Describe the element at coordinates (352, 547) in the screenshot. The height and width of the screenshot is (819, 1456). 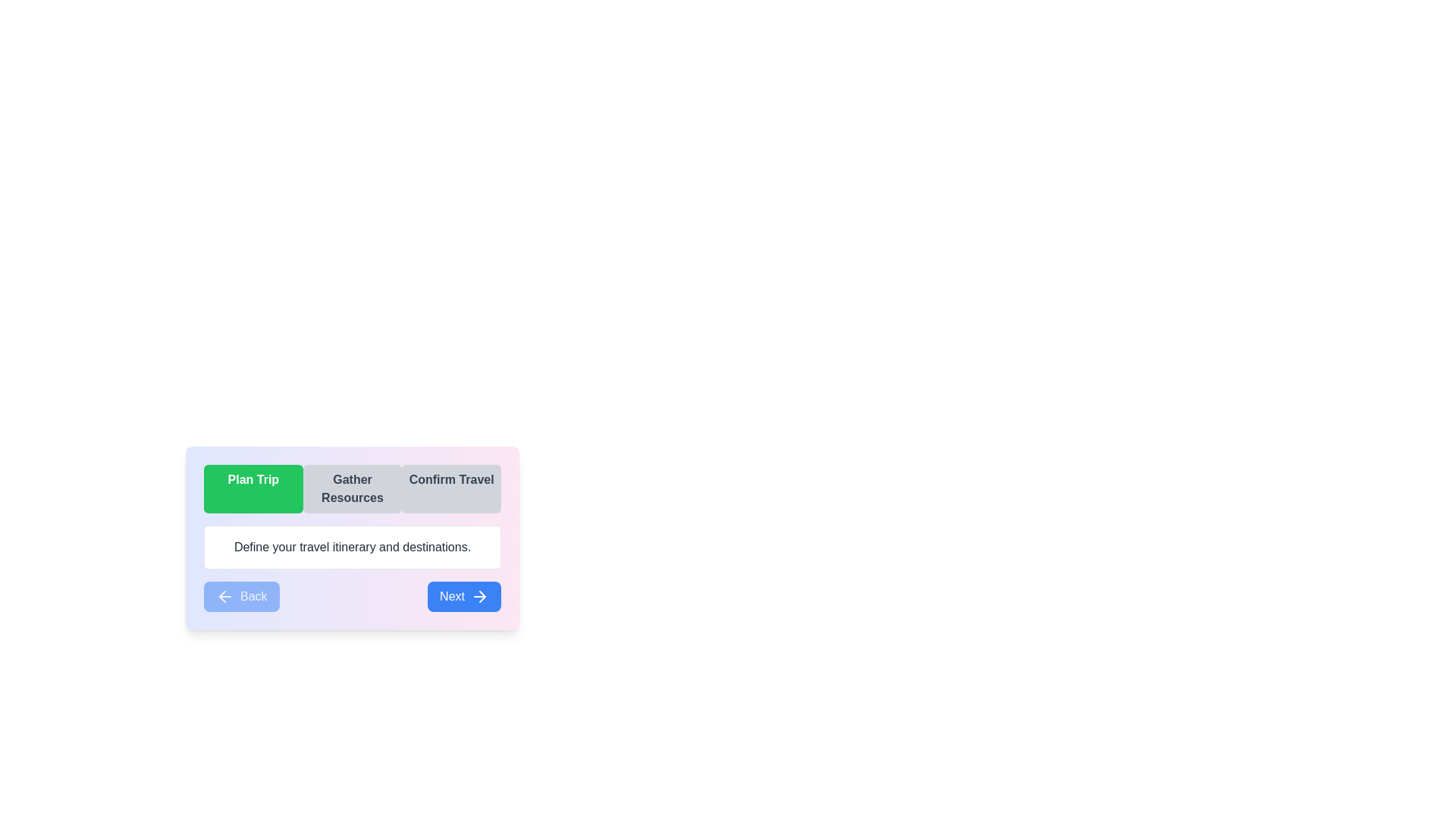
I see `the instructional text located centrally within the white rectangular section of the interface, which is positioned below the tab-like buttons labeled 'Plan Trip', 'Gather Resources', and 'Confirm Travel'` at that location.